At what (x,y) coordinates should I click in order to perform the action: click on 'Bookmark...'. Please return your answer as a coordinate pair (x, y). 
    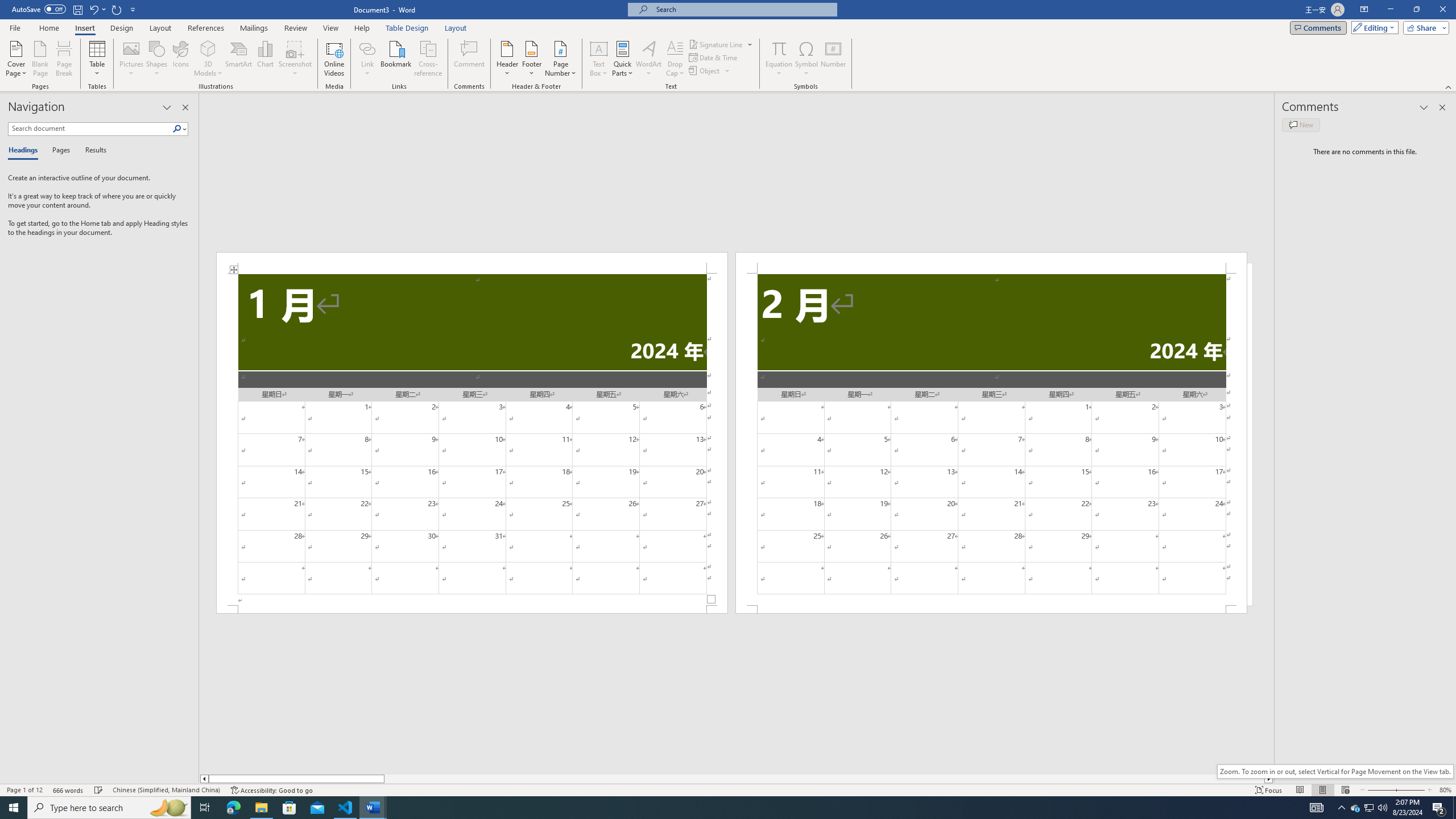
    Looking at the image, I should click on (396, 59).